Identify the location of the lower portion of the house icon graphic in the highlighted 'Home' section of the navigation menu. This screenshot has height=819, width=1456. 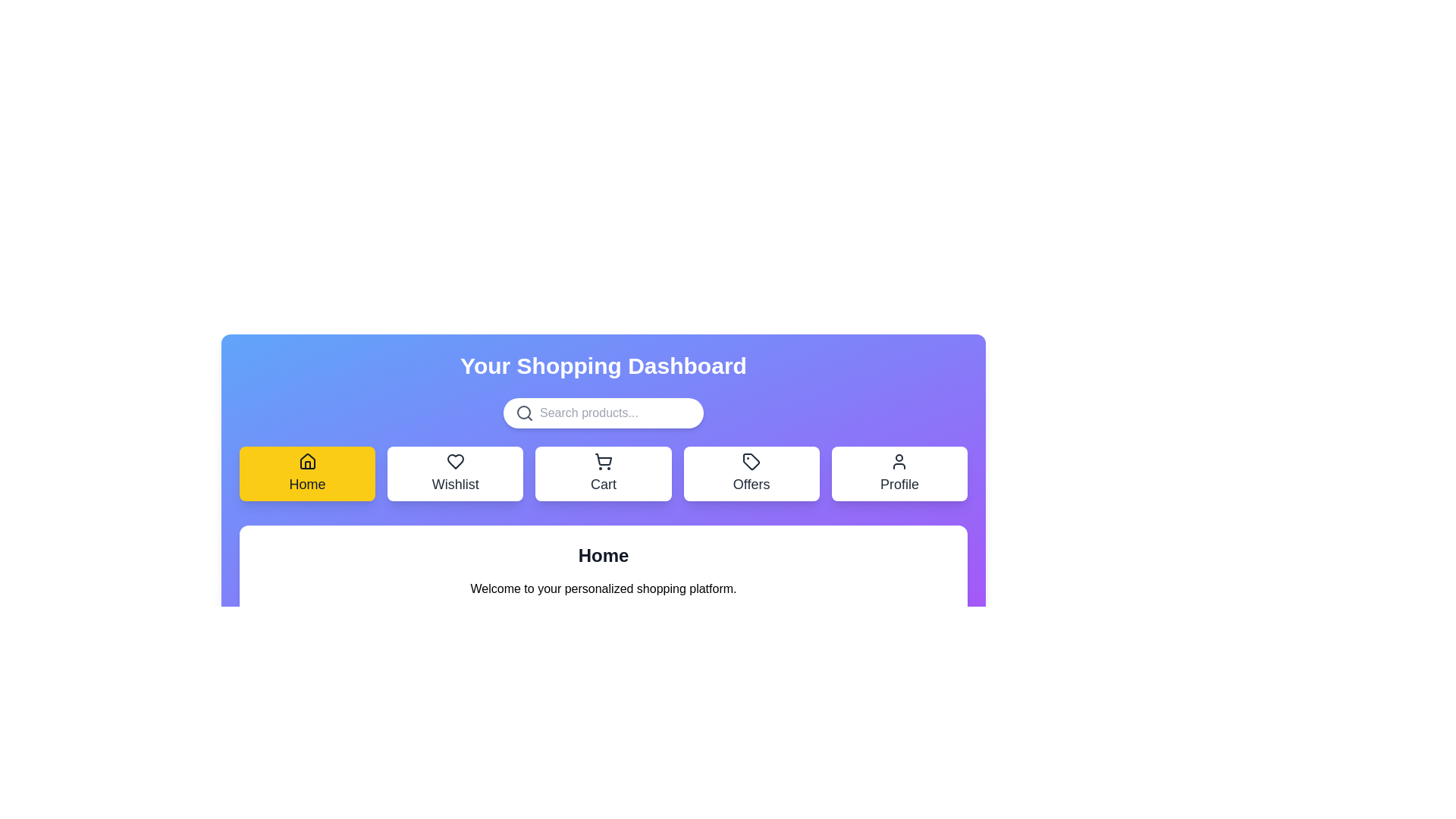
(306, 464).